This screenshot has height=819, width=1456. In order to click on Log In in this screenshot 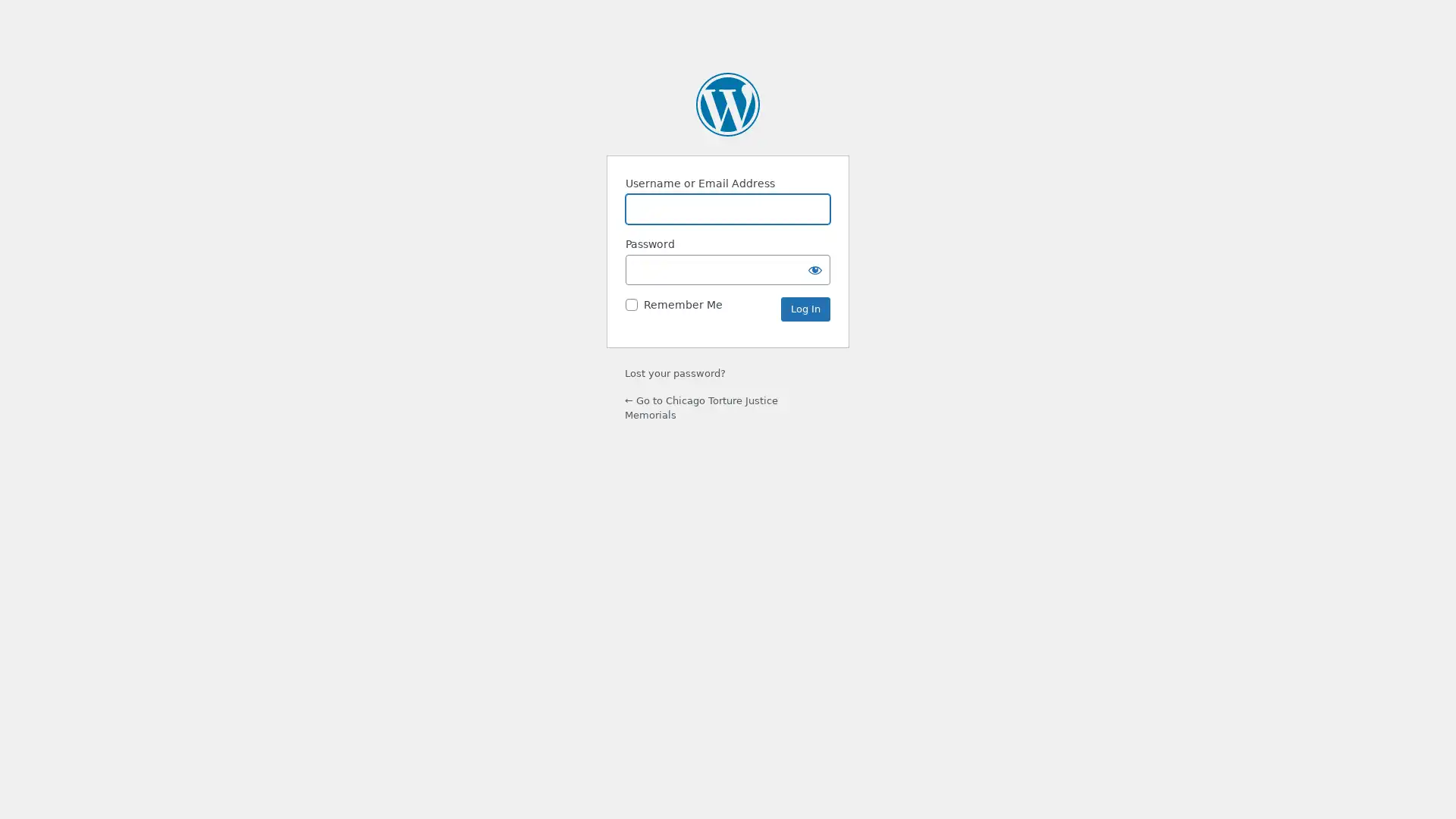, I will do `click(805, 309)`.